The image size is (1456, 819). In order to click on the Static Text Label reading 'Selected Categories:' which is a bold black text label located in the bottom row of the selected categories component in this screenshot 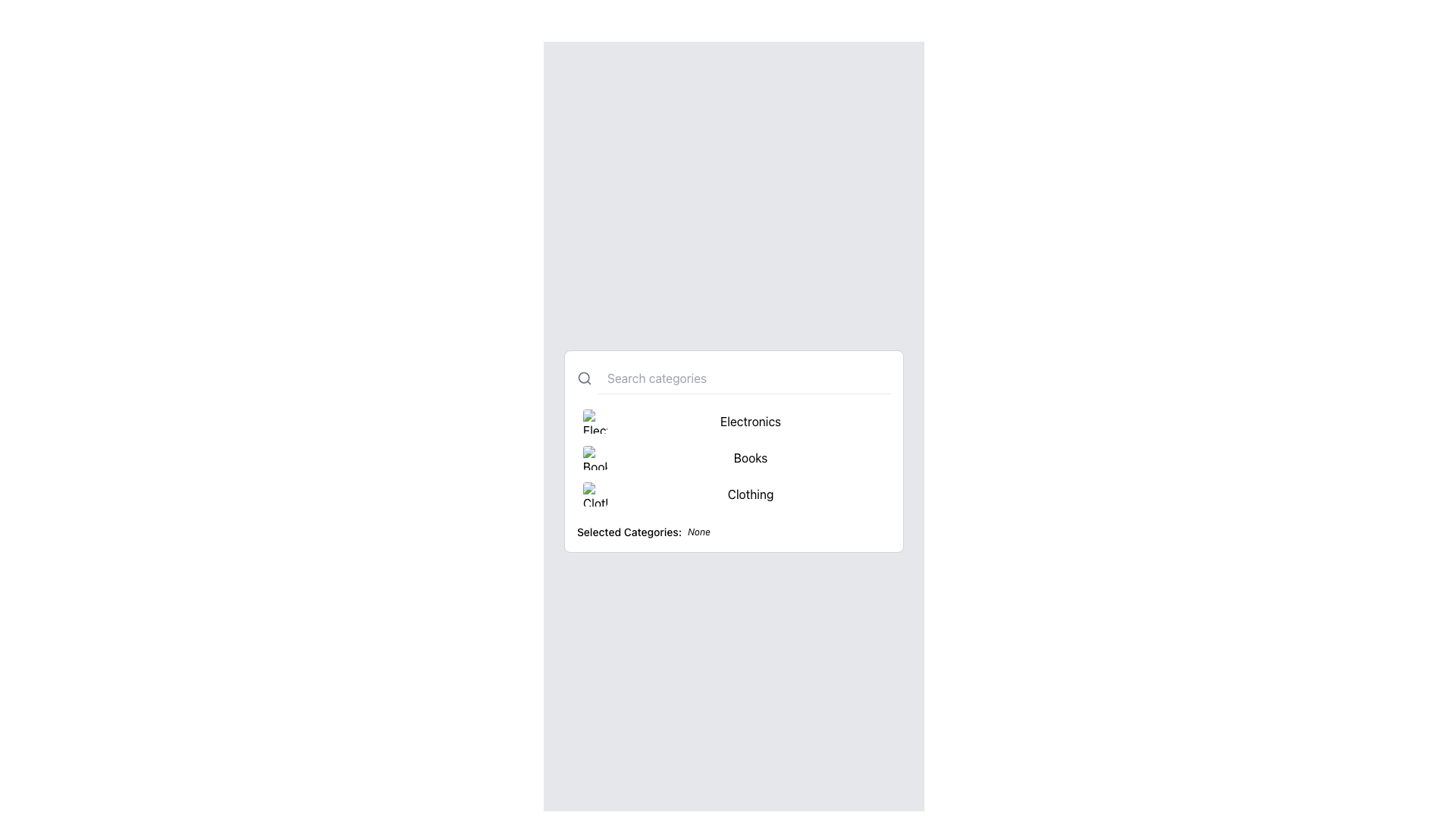, I will do `click(629, 531)`.